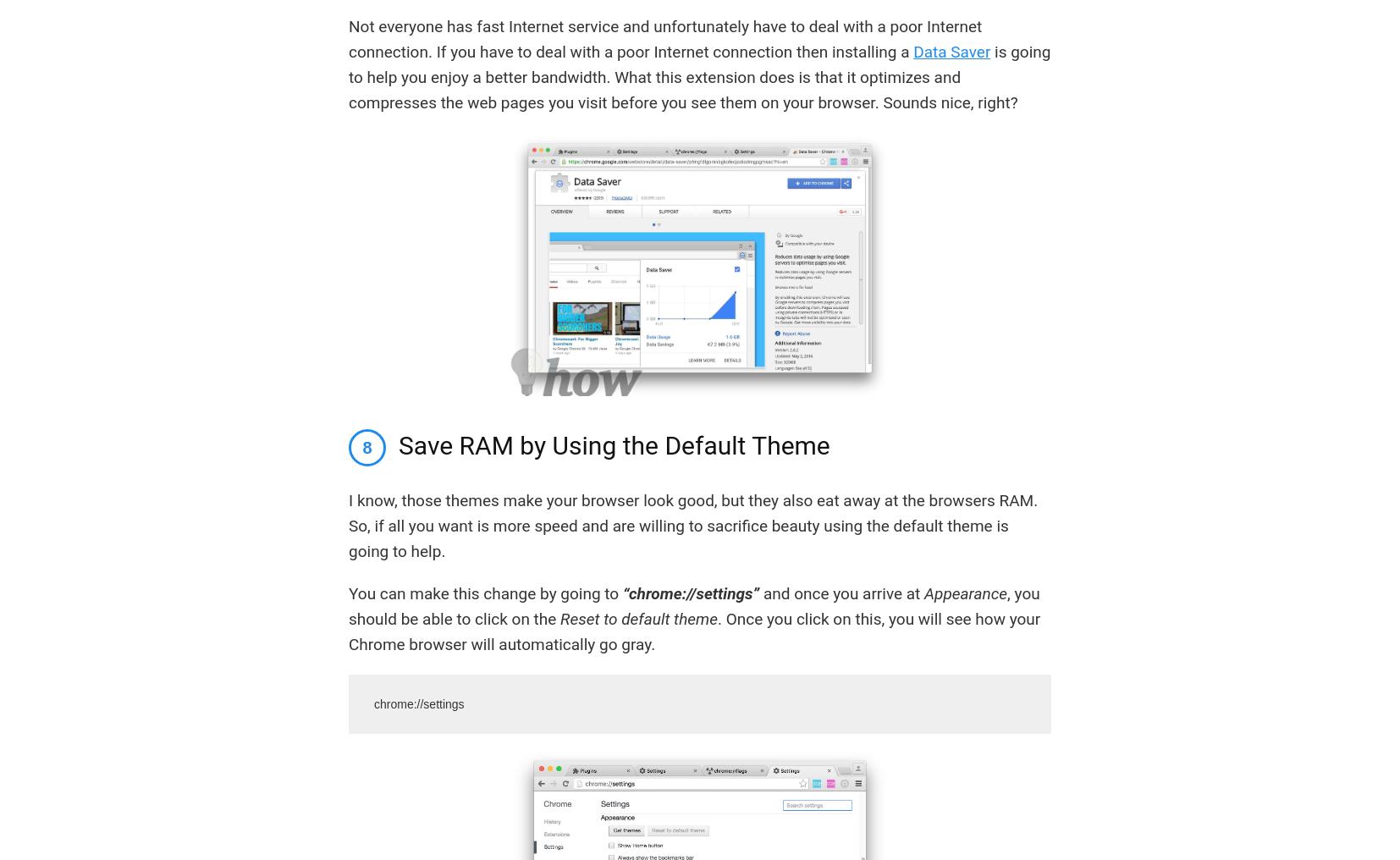 The image size is (1400, 860). What do you see at coordinates (694, 606) in the screenshot?
I see `', you should be able to click on the'` at bounding box center [694, 606].